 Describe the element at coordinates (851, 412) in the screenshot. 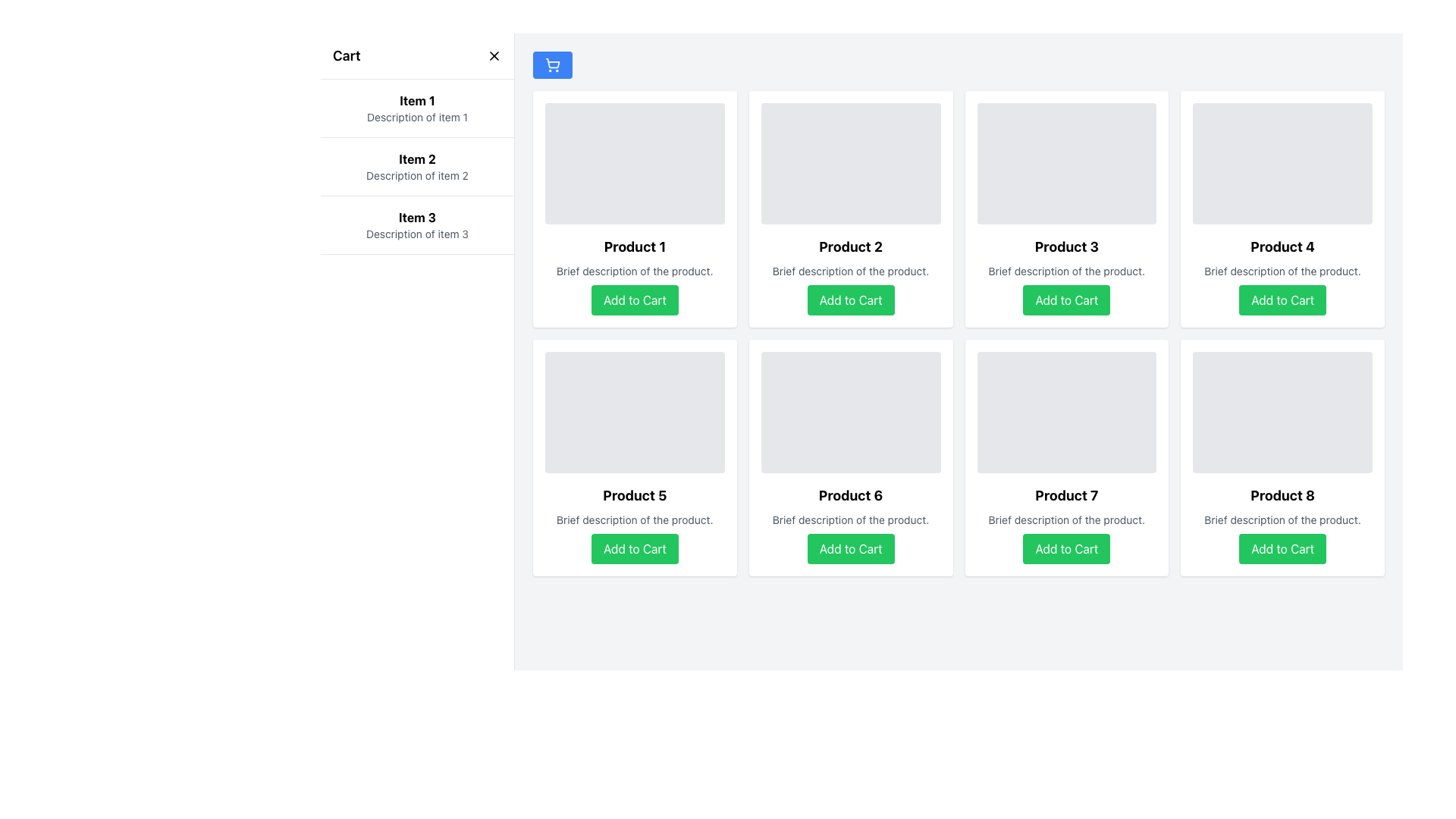

I see `the placeholder image for 'Product 6' located in the second row and third column of the grid, which serves as a visual context for the item` at that location.